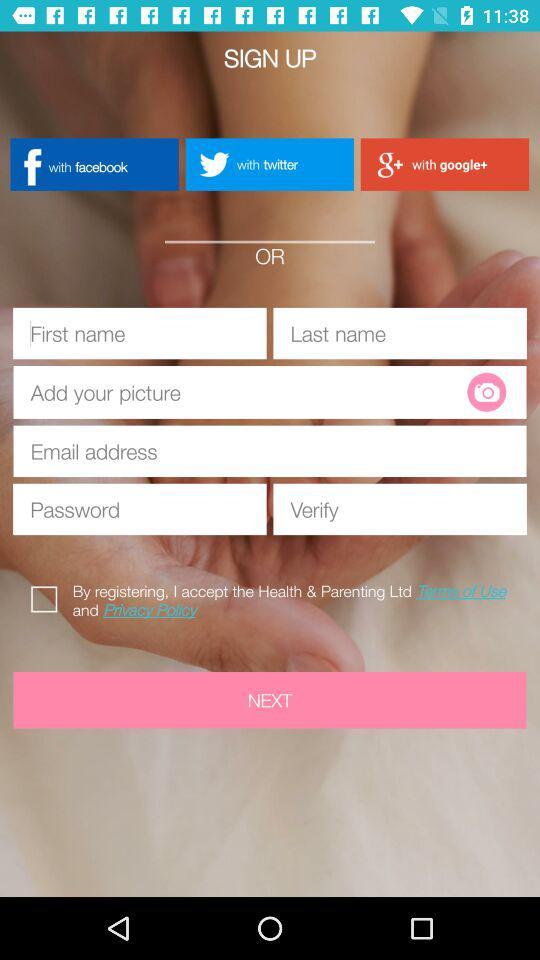  Describe the element at coordinates (248, 391) in the screenshot. I see `shows empty box` at that location.